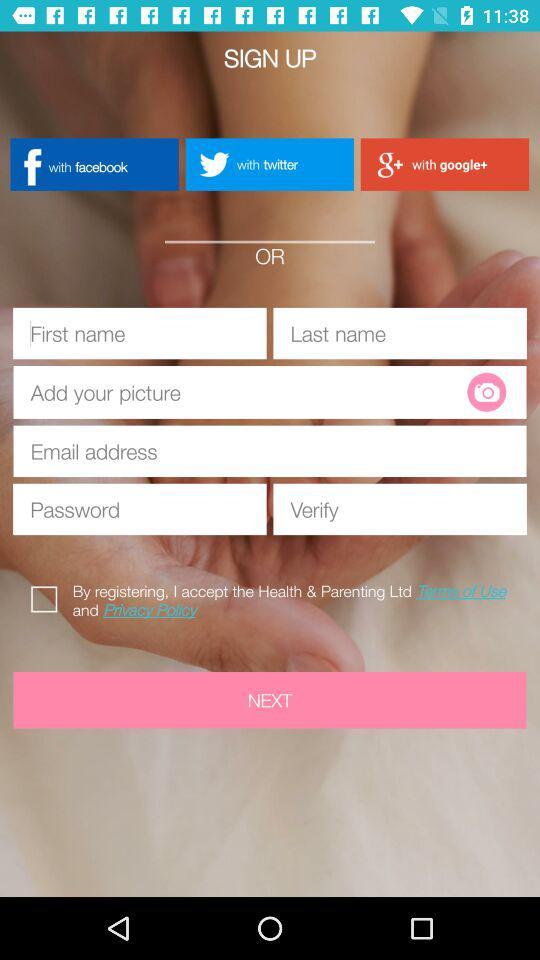  Describe the element at coordinates (248, 391) in the screenshot. I see `shows empty box` at that location.